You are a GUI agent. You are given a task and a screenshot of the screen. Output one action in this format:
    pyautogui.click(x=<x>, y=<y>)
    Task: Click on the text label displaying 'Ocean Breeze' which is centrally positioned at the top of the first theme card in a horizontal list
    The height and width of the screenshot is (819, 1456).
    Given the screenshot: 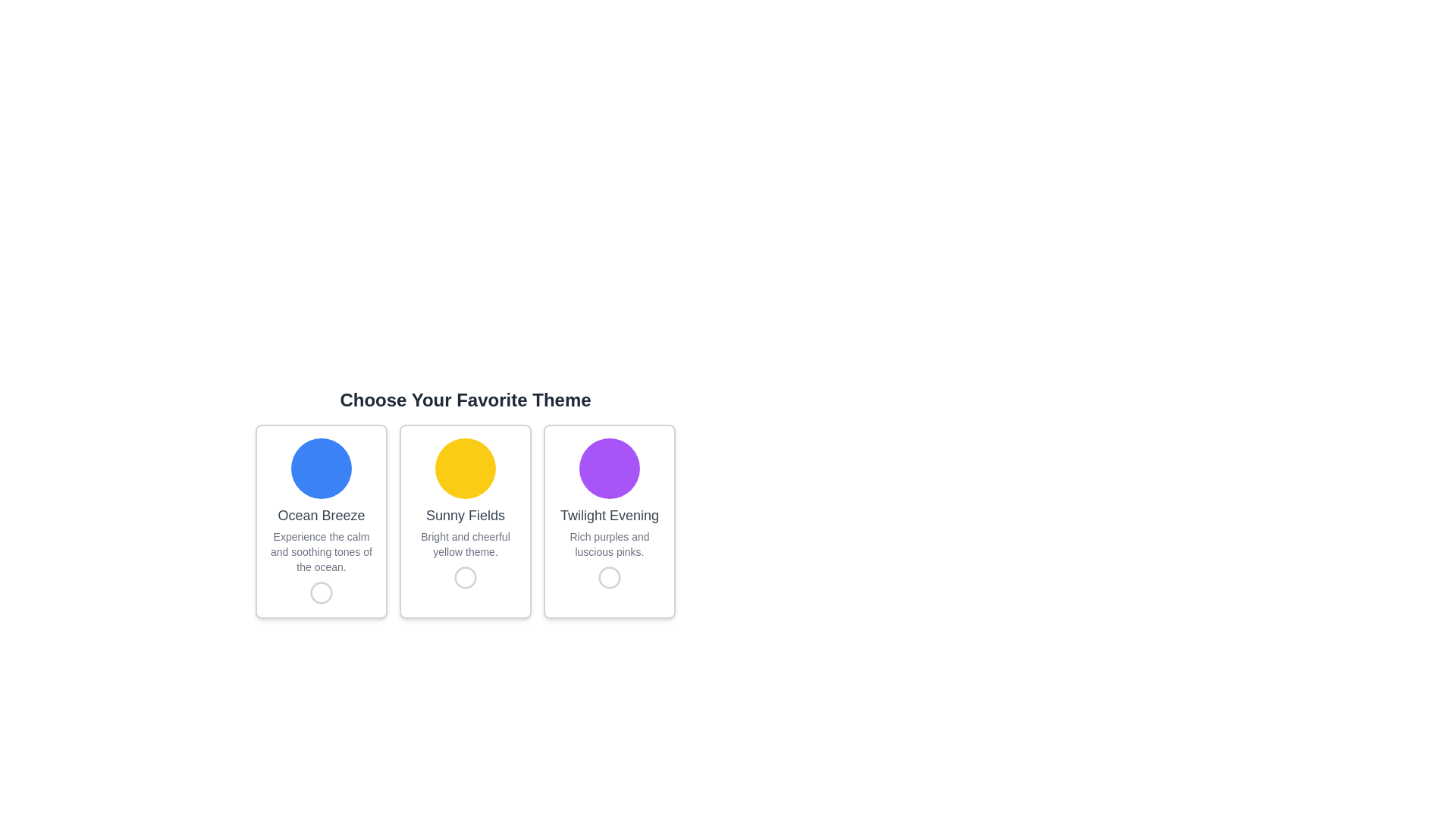 What is the action you would take?
    pyautogui.click(x=320, y=514)
    